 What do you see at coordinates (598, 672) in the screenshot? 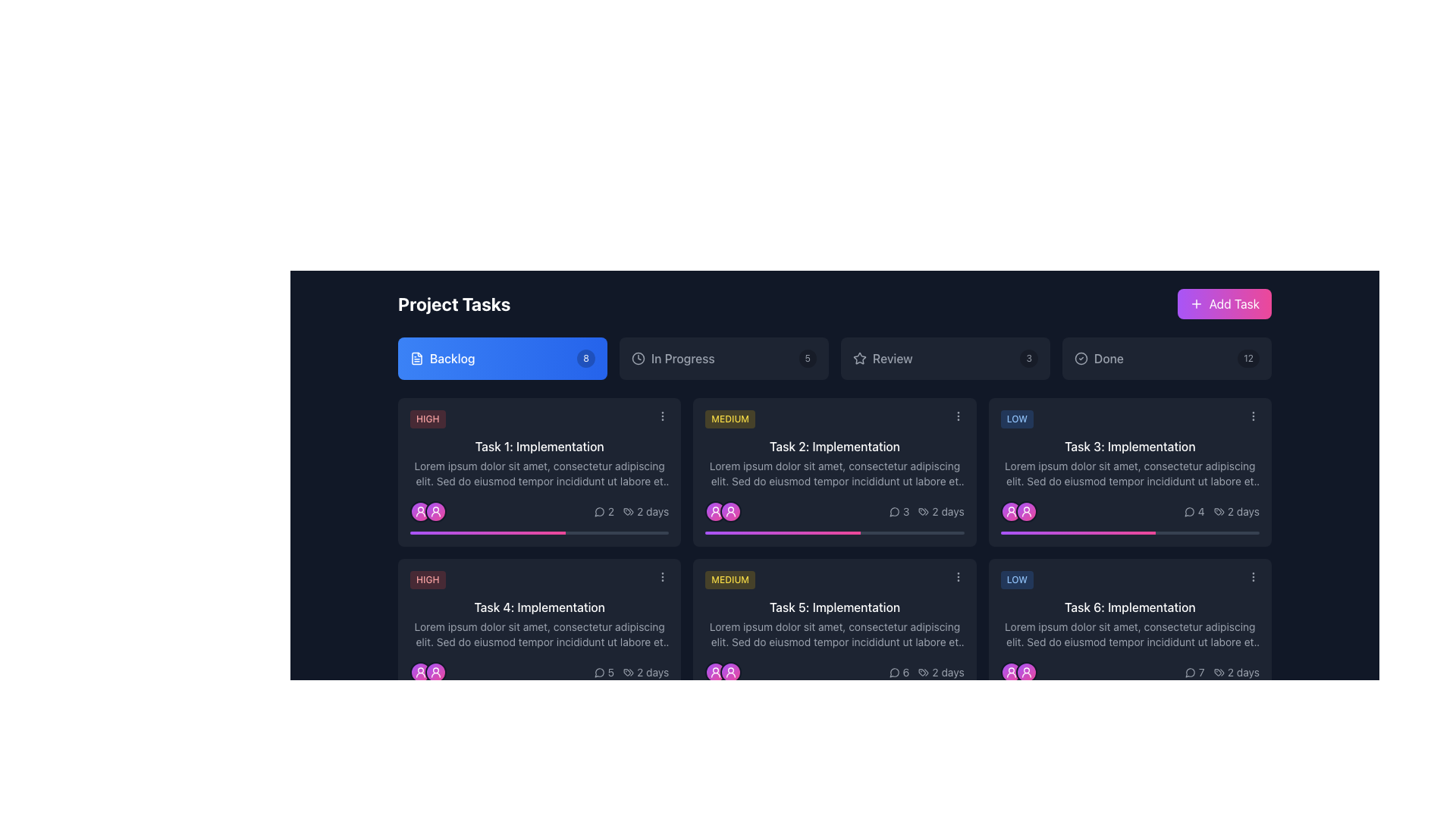
I see `the circular speech bubble icon with a pointed tail located in the bottom section of the 'Task 4: Implementation' card in the Project Tasks interface` at bounding box center [598, 672].